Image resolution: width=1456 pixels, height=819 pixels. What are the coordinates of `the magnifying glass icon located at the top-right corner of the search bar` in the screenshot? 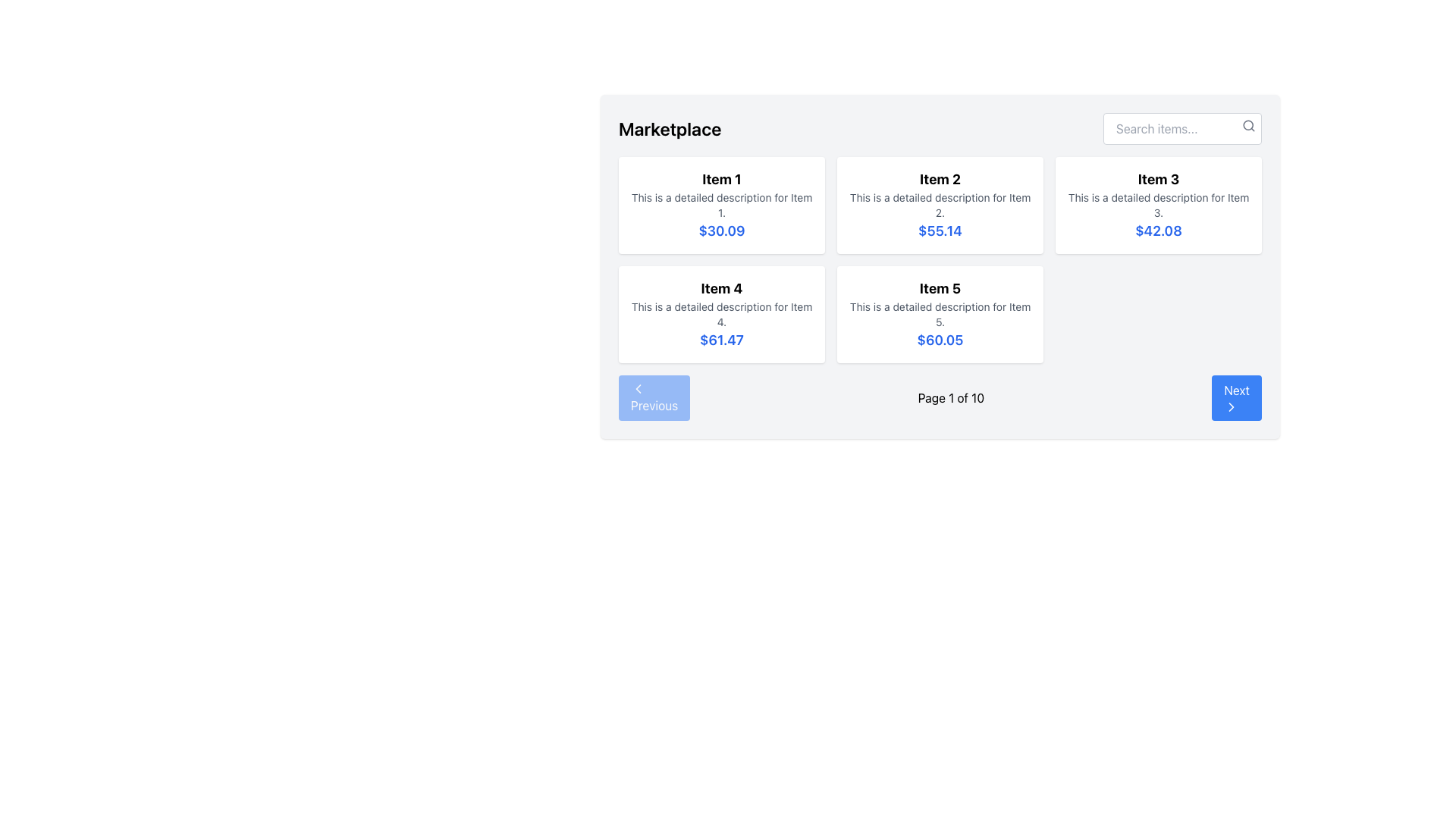 It's located at (1248, 124).